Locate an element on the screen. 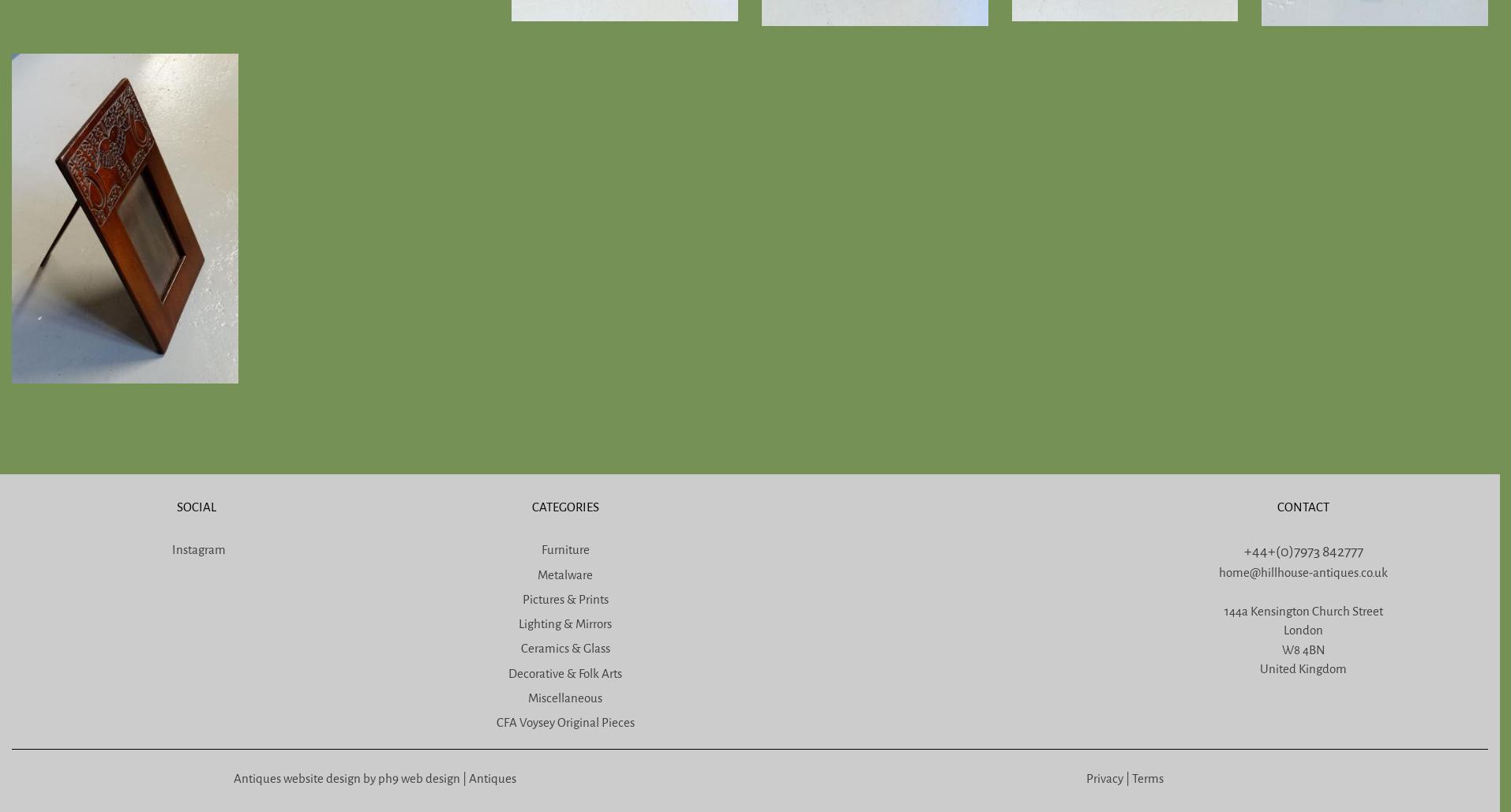 Image resolution: width=1511 pixels, height=812 pixels. 'Antiques website design' is located at coordinates (297, 776).